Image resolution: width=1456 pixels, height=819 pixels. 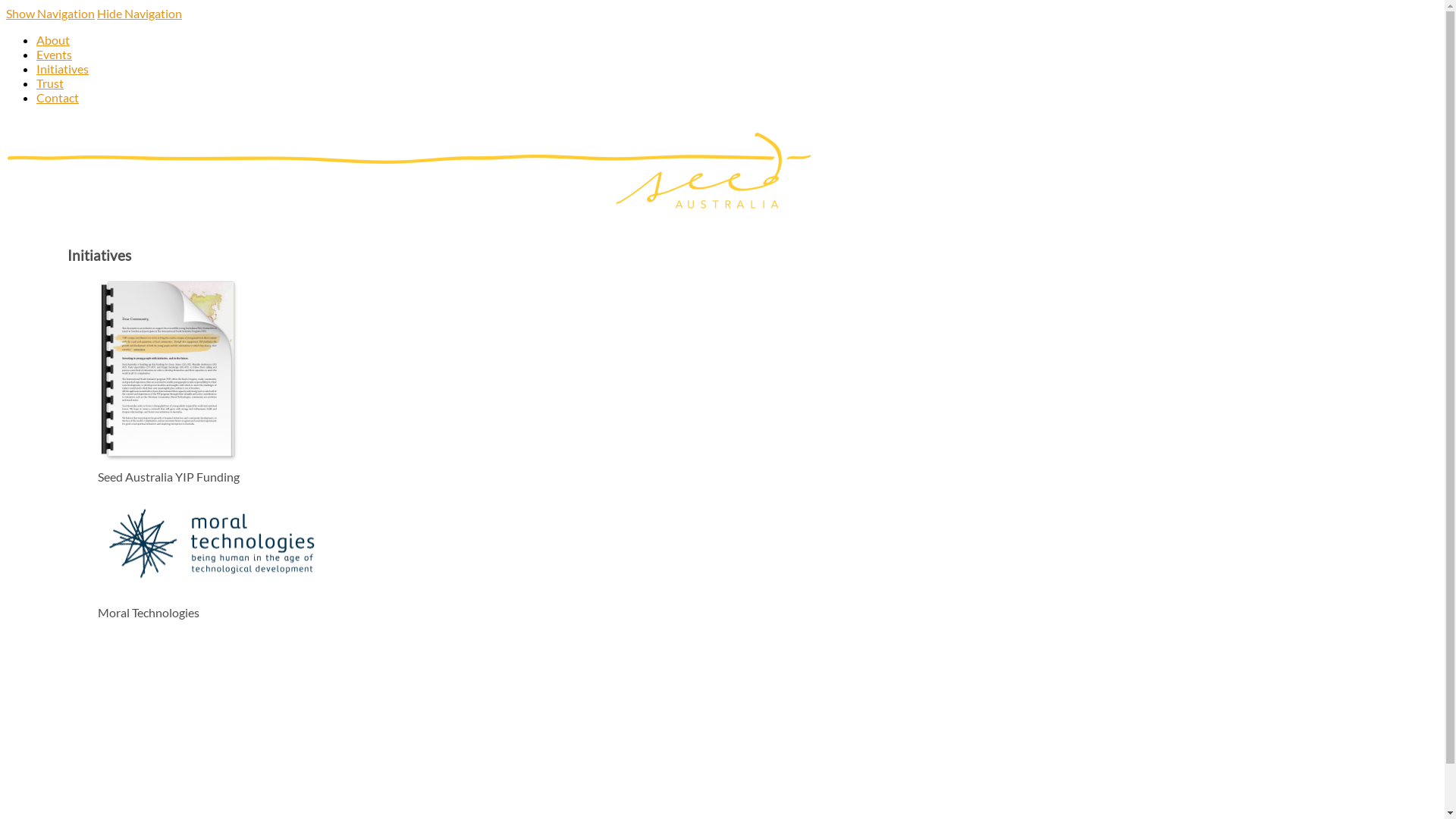 What do you see at coordinates (139, 13) in the screenshot?
I see `'Hide Navigation'` at bounding box center [139, 13].